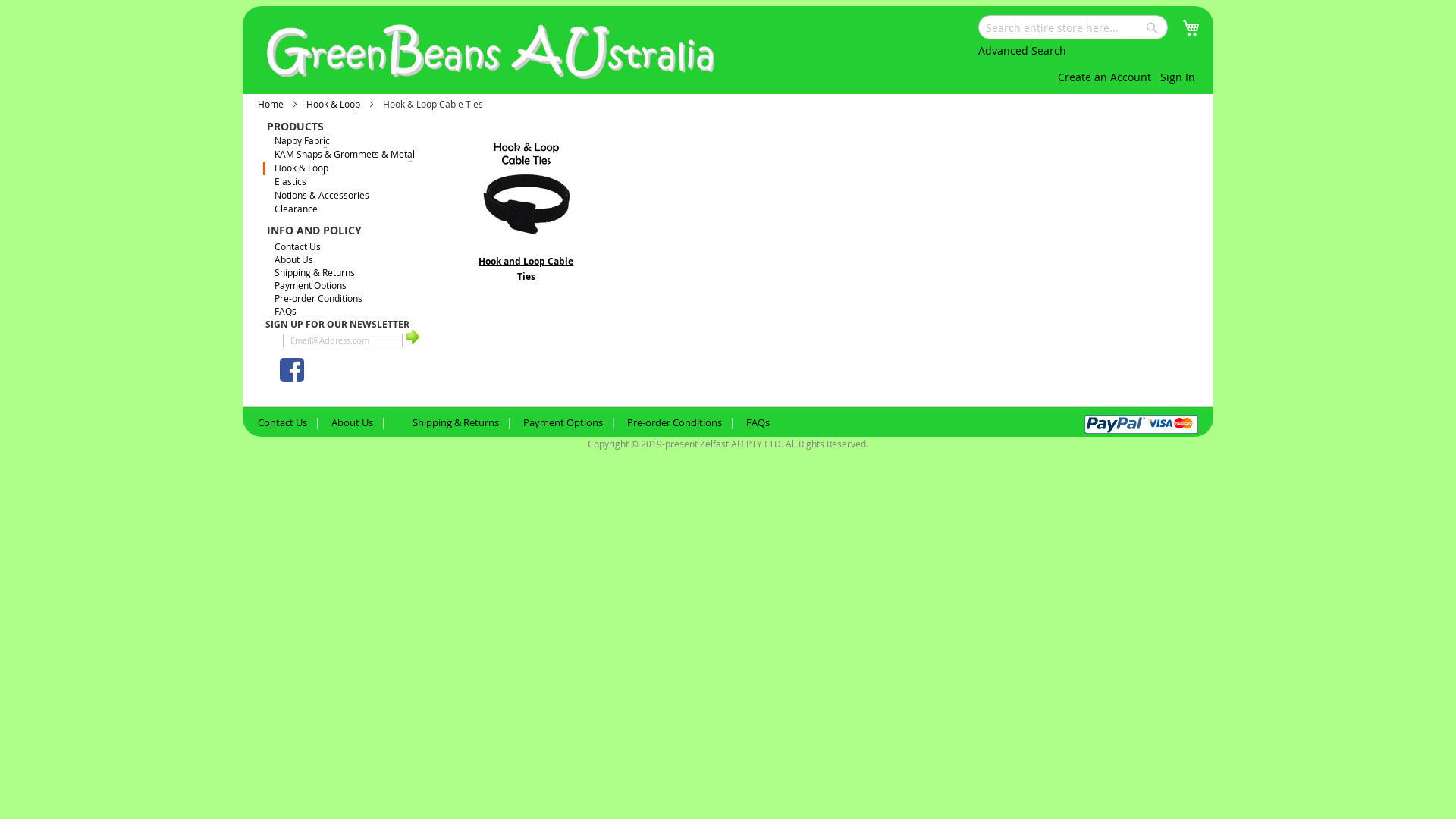 Image resolution: width=1456 pixels, height=819 pixels. Describe the element at coordinates (285, 309) in the screenshot. I see `'FAQs'` at that location.